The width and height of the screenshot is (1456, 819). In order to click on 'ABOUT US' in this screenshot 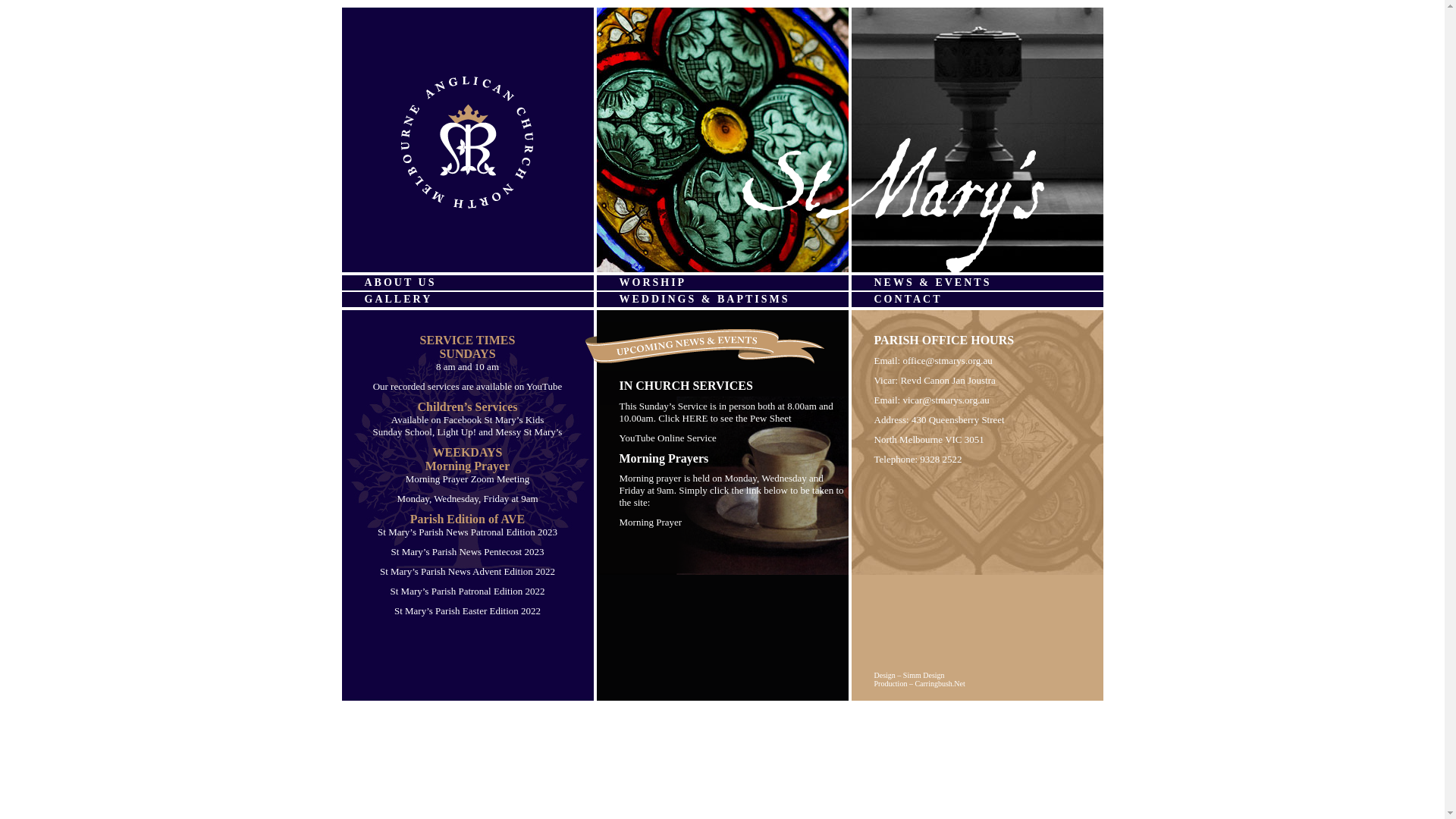, I will do `click(466, 283)`.